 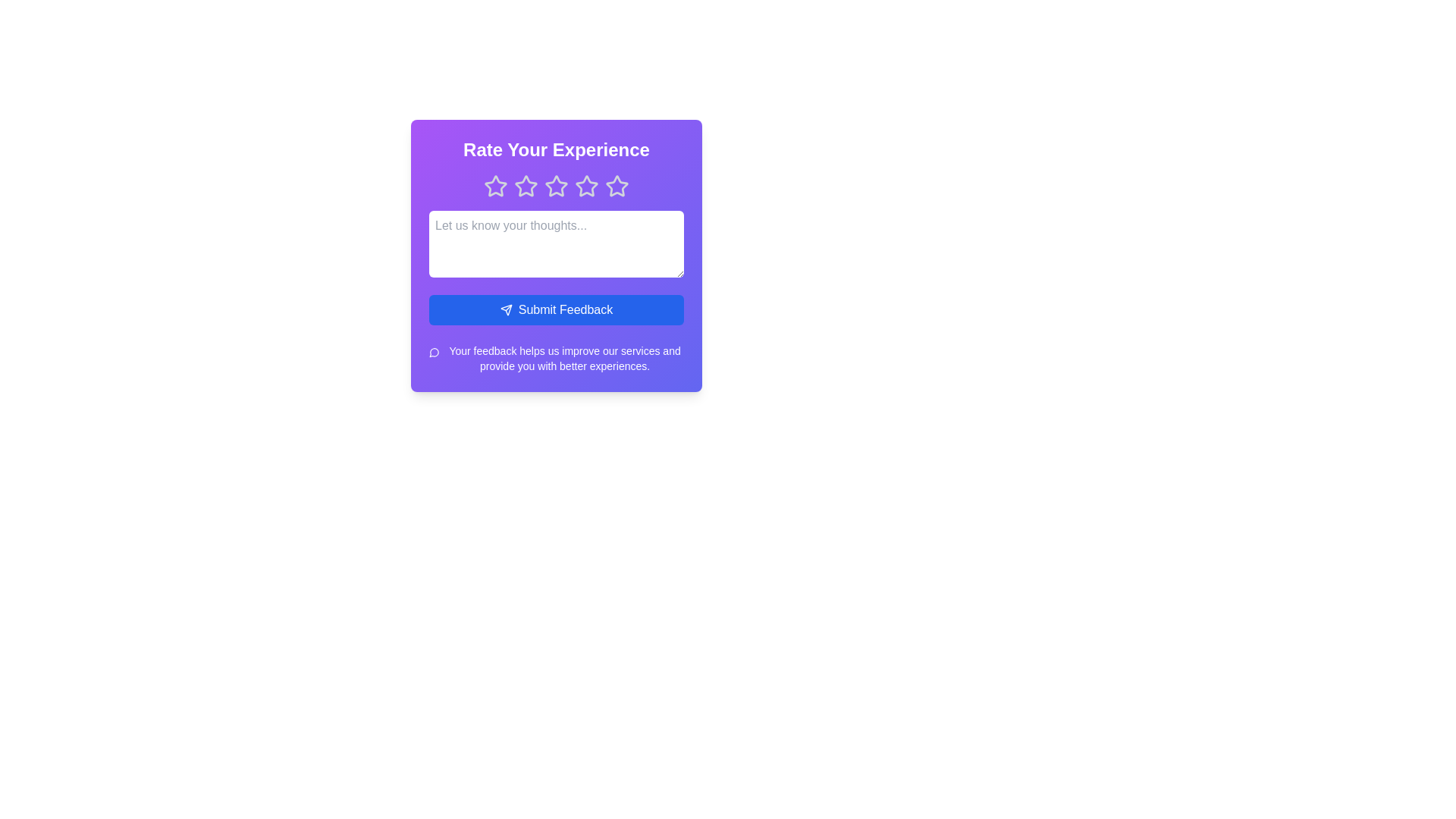 I want to click on the icon representing the 'Submit Feedback' button, which is located to the left of the text within the blue button on the purple feedback panel, so click(x=506, y=309).